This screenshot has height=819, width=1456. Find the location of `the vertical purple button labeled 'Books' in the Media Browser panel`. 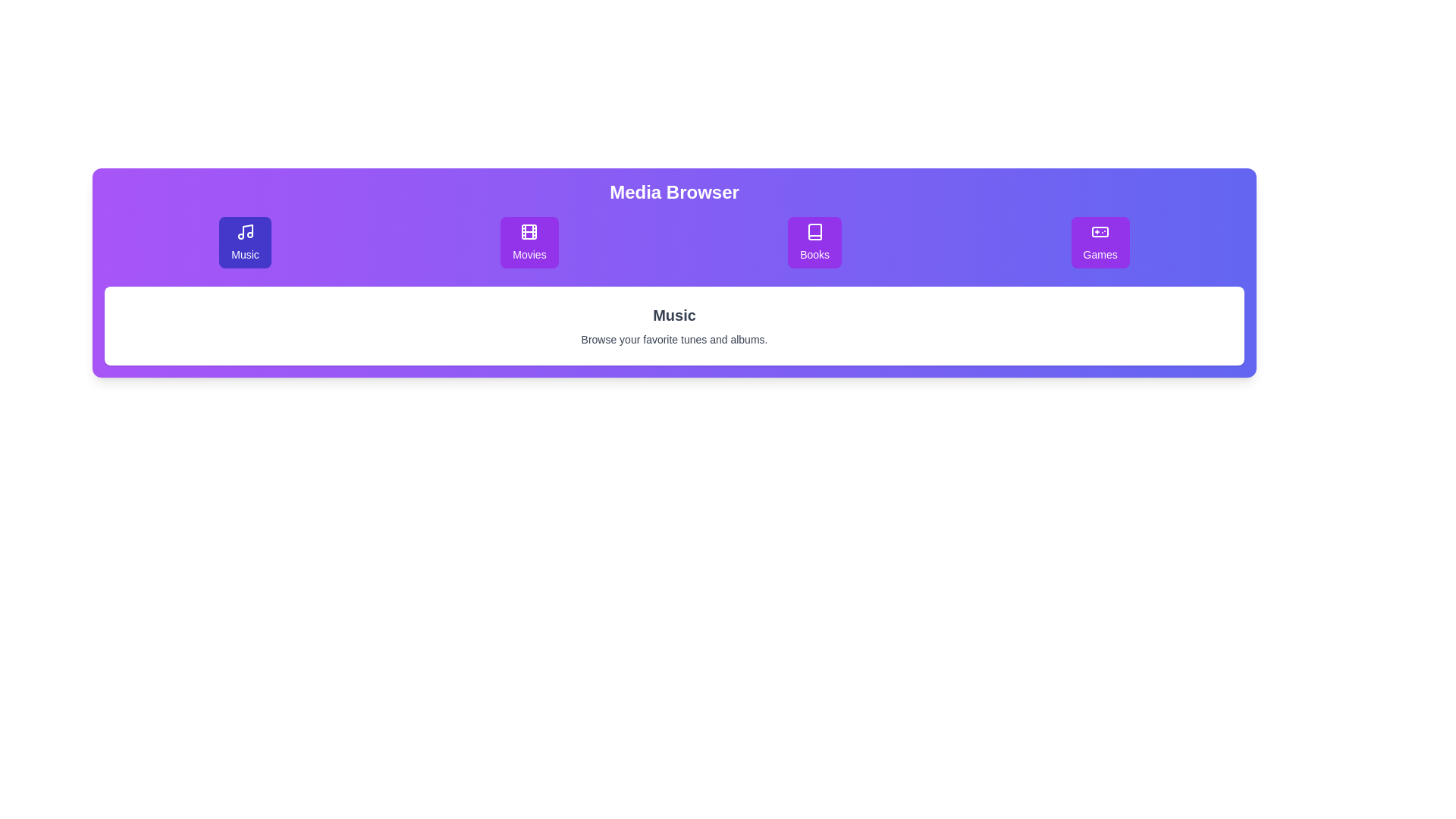

the vertical purple button labeled 'Books' in the Media Browser panel is located at coordinates (814, 242).